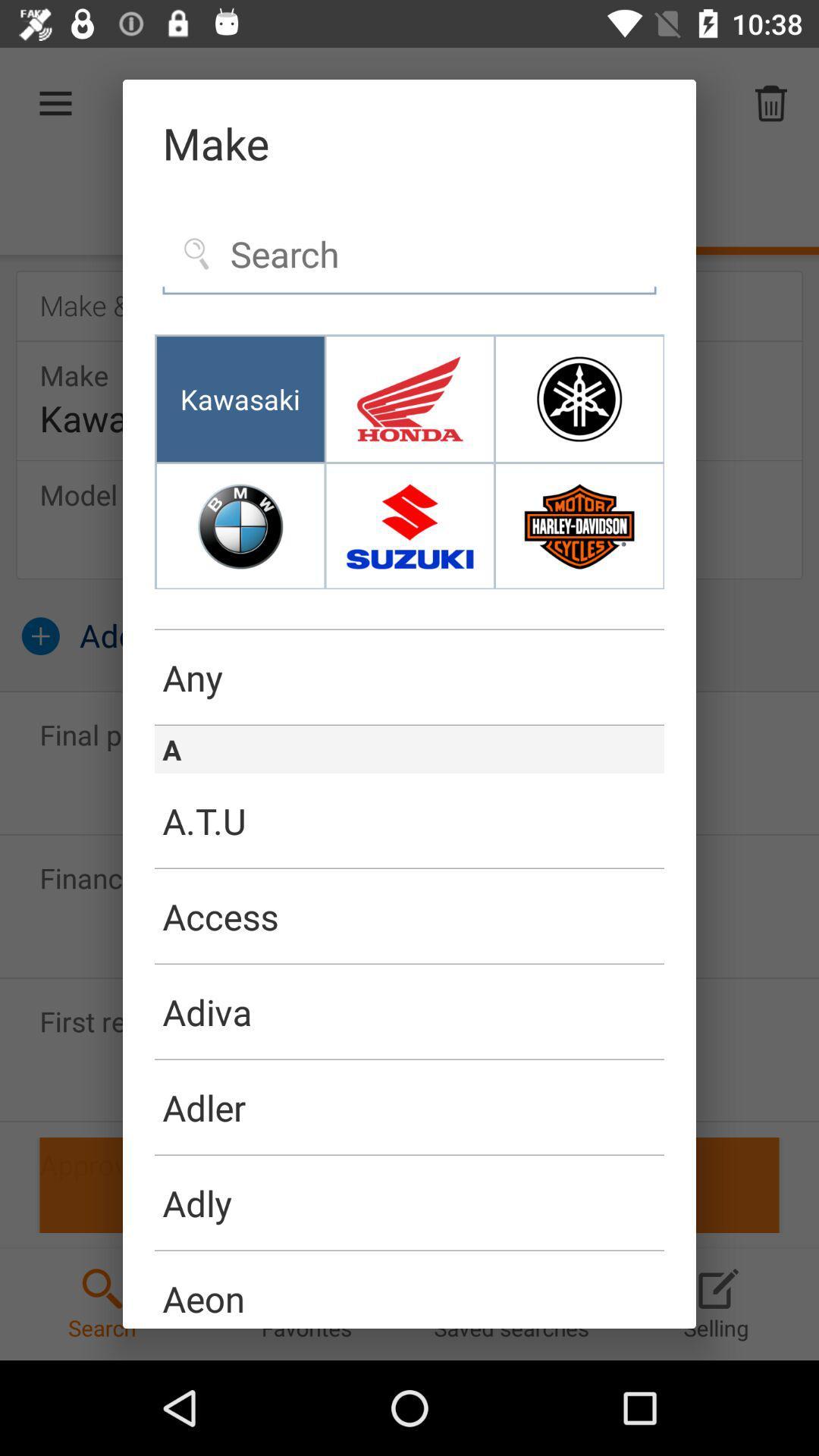 This screenshot has width=819, height=1456. I want to click on item below the adiva, so click(409, 1107).